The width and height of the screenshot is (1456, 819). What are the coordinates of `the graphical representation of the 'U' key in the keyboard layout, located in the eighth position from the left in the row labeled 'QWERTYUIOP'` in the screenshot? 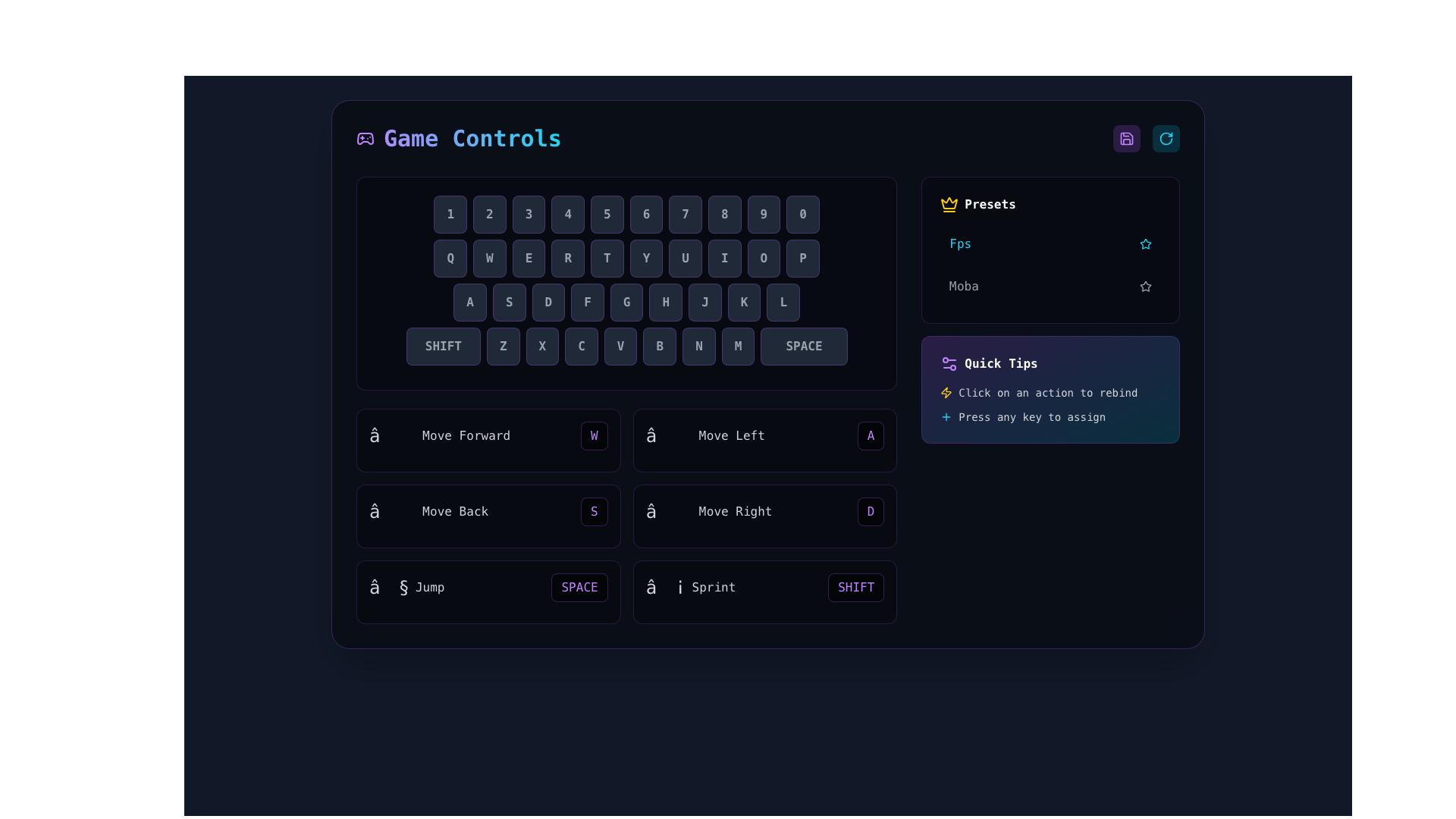 It's located at (685, 257).